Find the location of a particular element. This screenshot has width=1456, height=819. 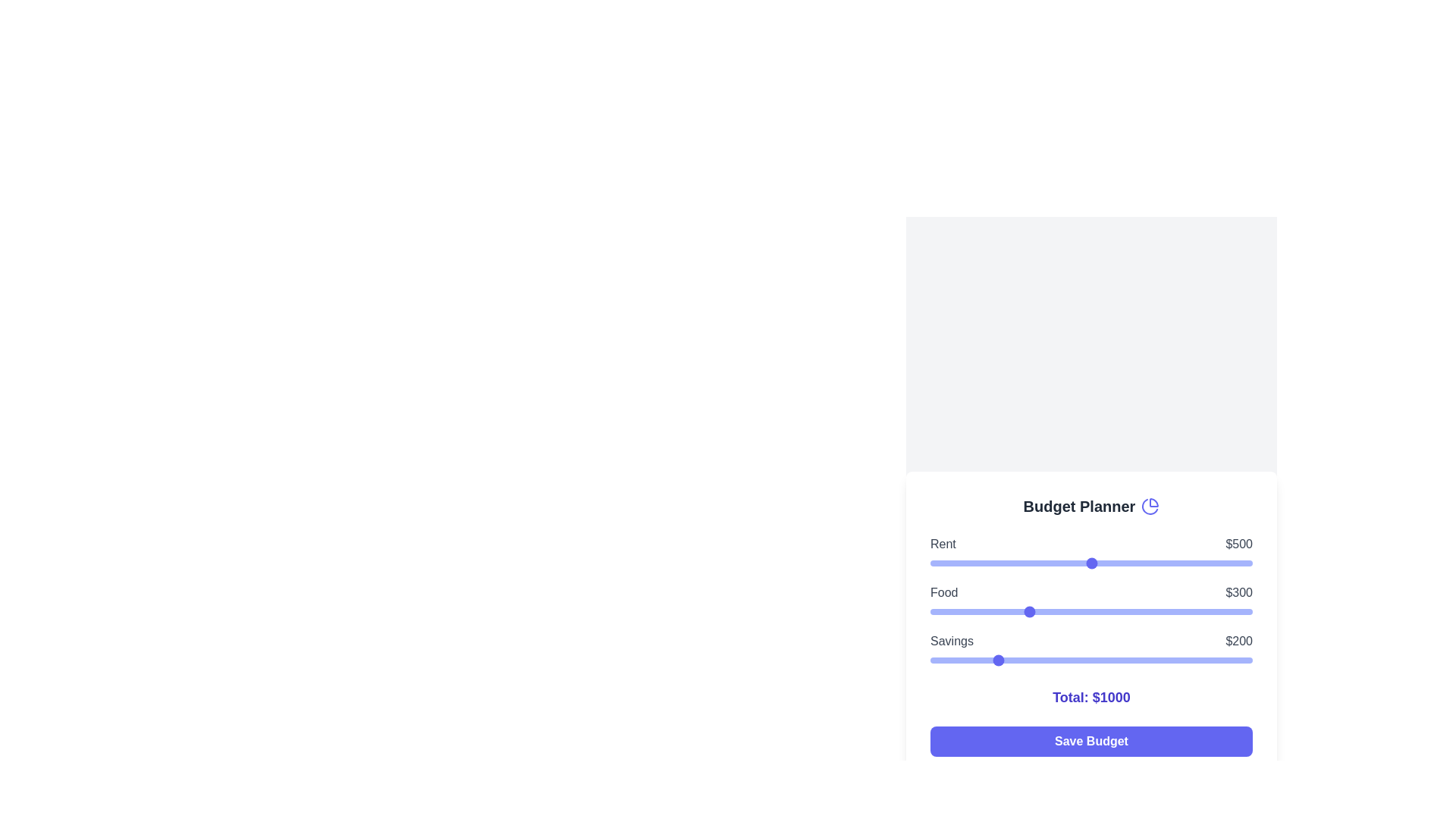

the savings slider to 290 is located at coordinates (1024, 660).